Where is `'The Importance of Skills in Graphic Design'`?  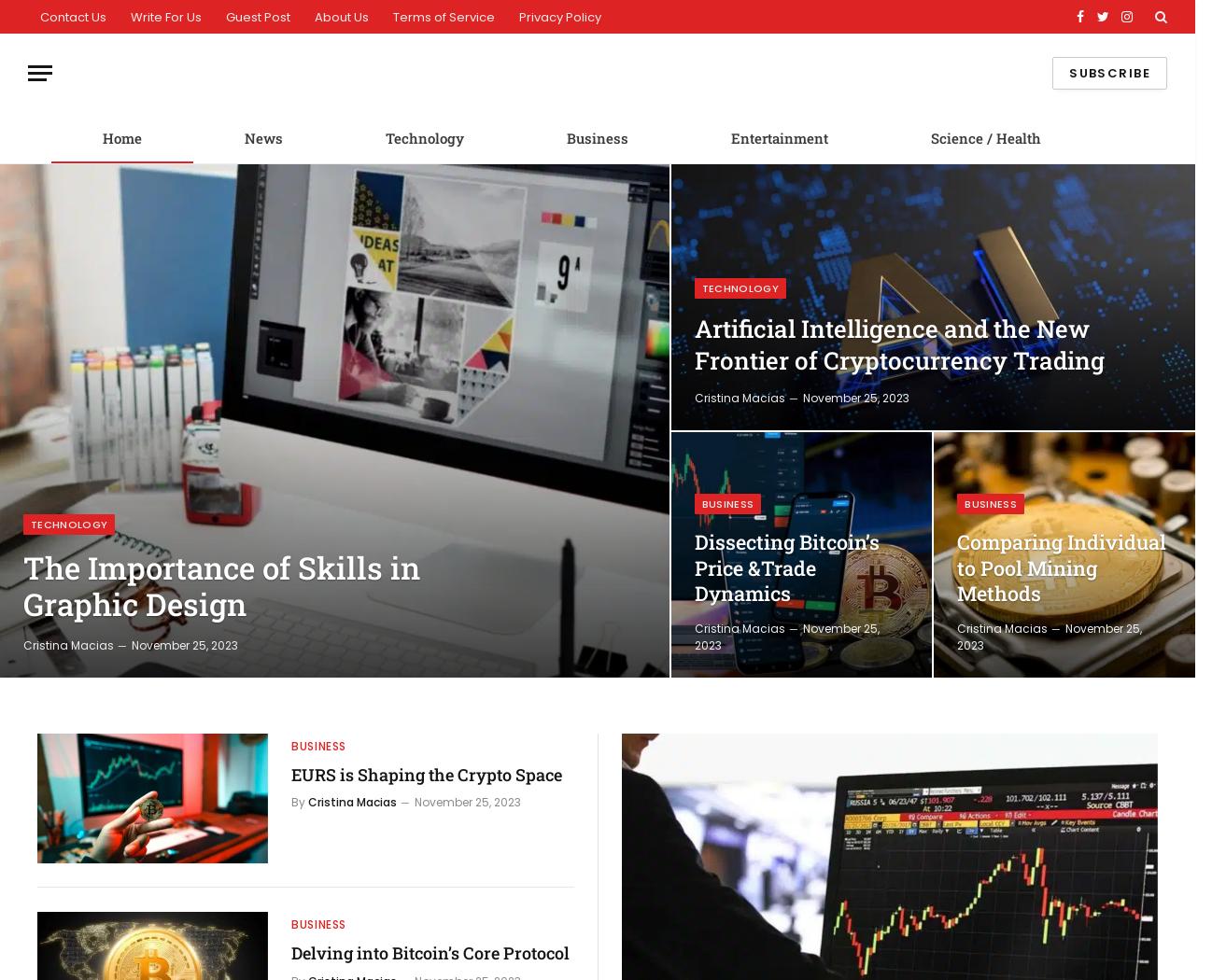
'The Importance of Skills in Graphic Design' is located at coordinates (22, 584).